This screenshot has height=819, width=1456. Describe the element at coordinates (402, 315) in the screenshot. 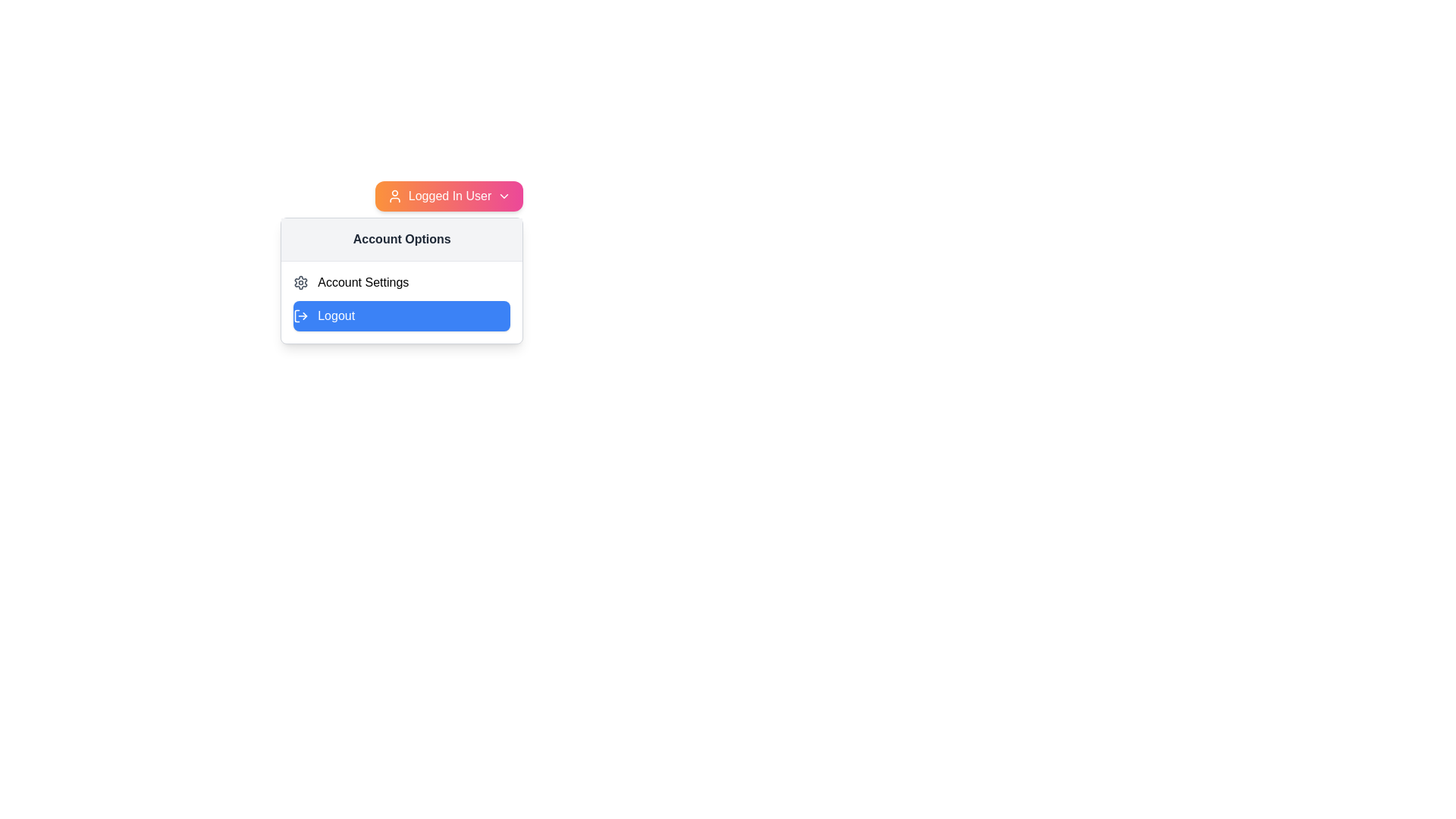

I see `the logout button located in the Account Options dropdown menu to log out of the account` at that location.